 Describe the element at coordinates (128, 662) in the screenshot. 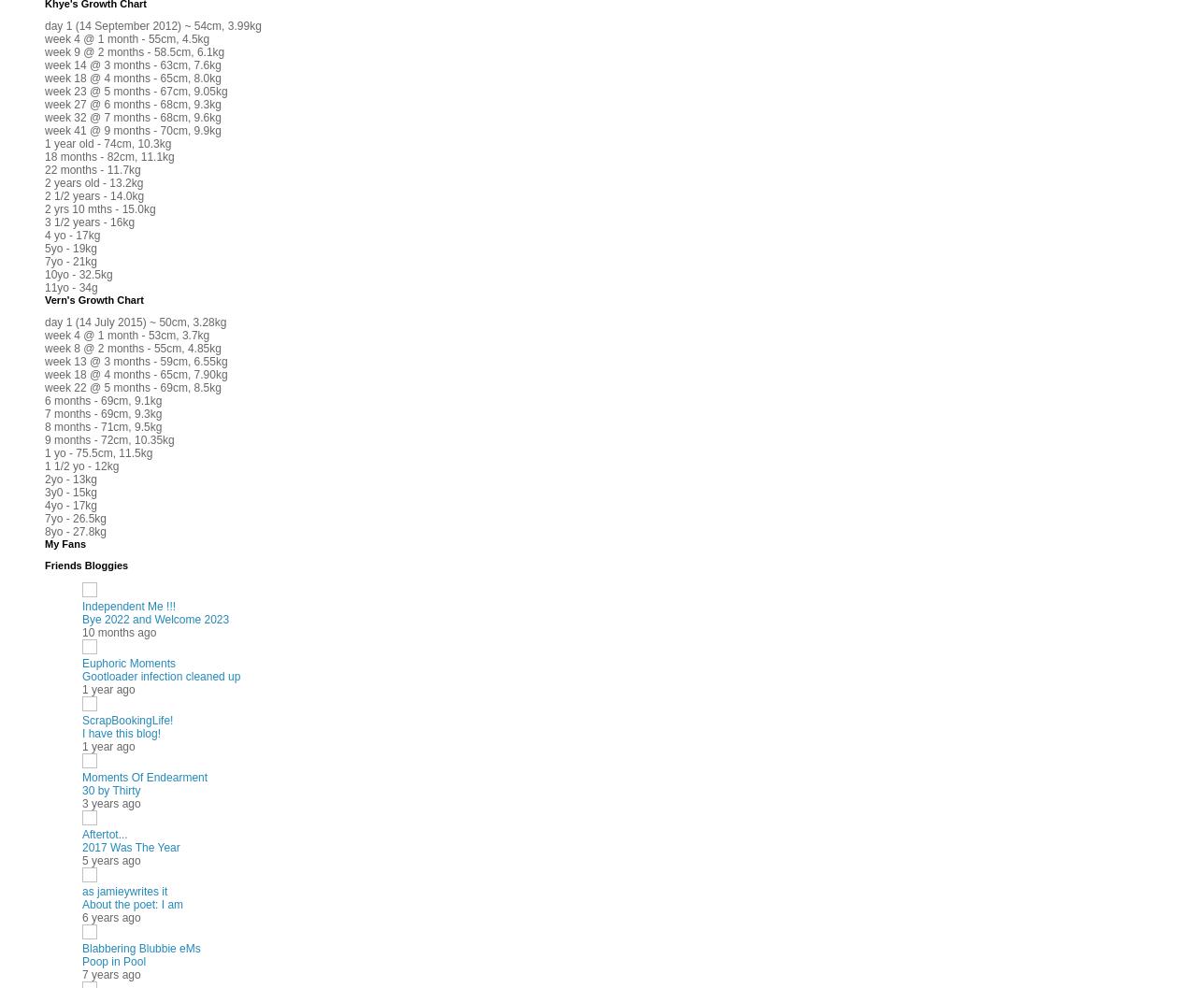

I see `'Euphoric Moments'` at that location.